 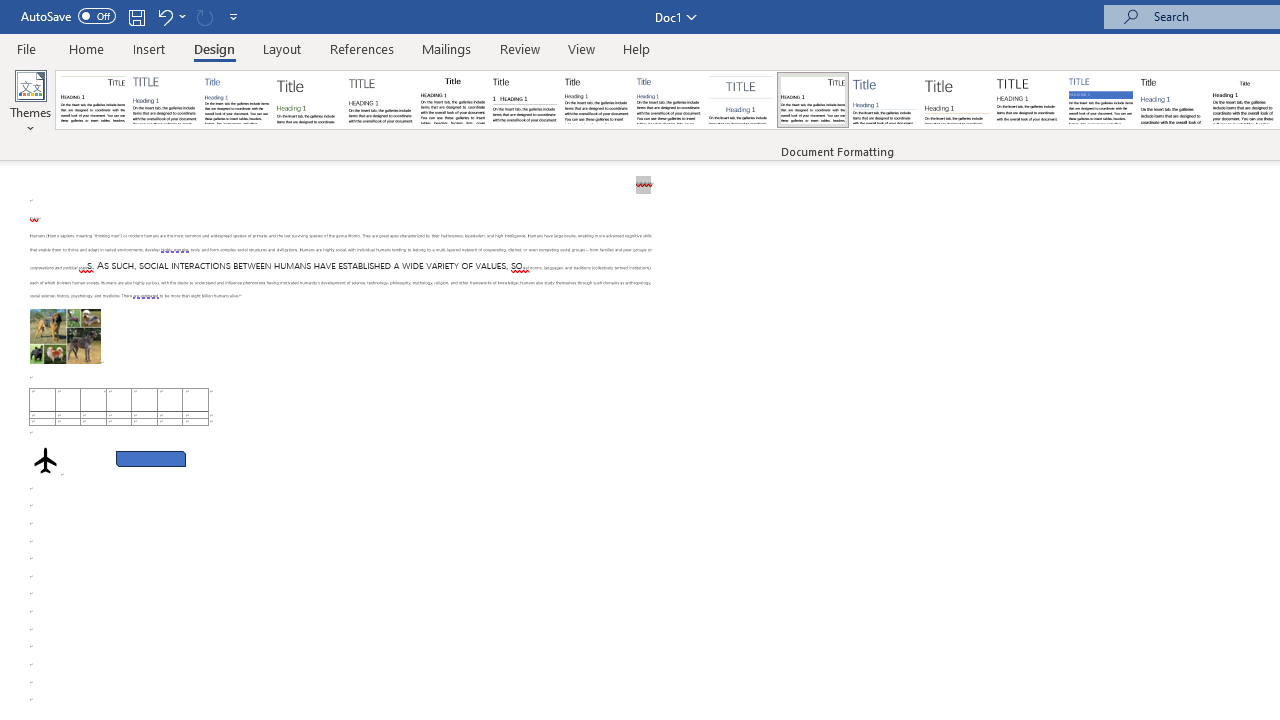 I want to click on 'Lines (Distinctive)', so click(x=812, y=100).